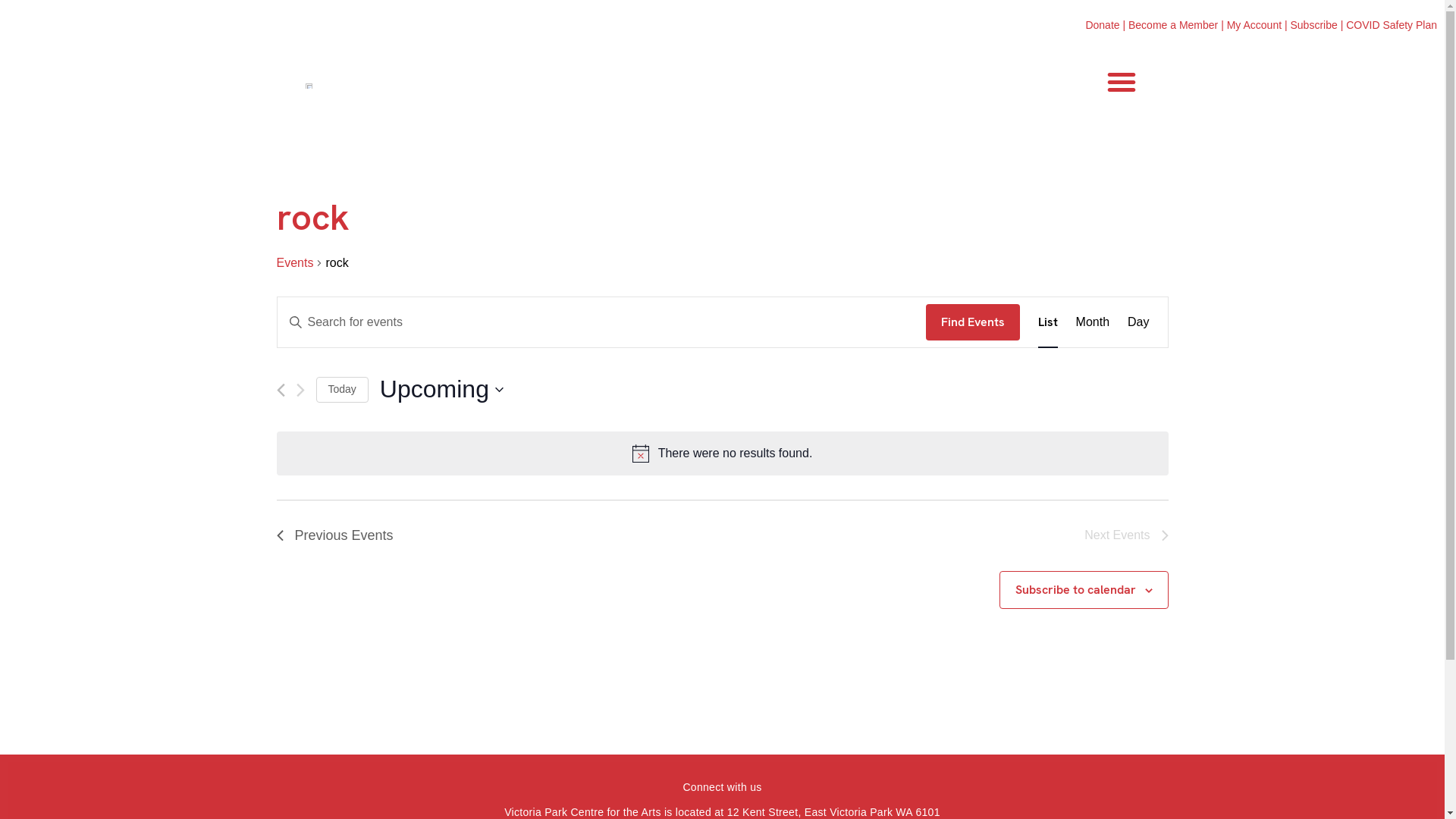 The height and width of the screenshot is (819, 1456). What do you see at coordinates (972, 321) in the screenshot?
I see `'Find Events'` at bounding box center [972, 321].